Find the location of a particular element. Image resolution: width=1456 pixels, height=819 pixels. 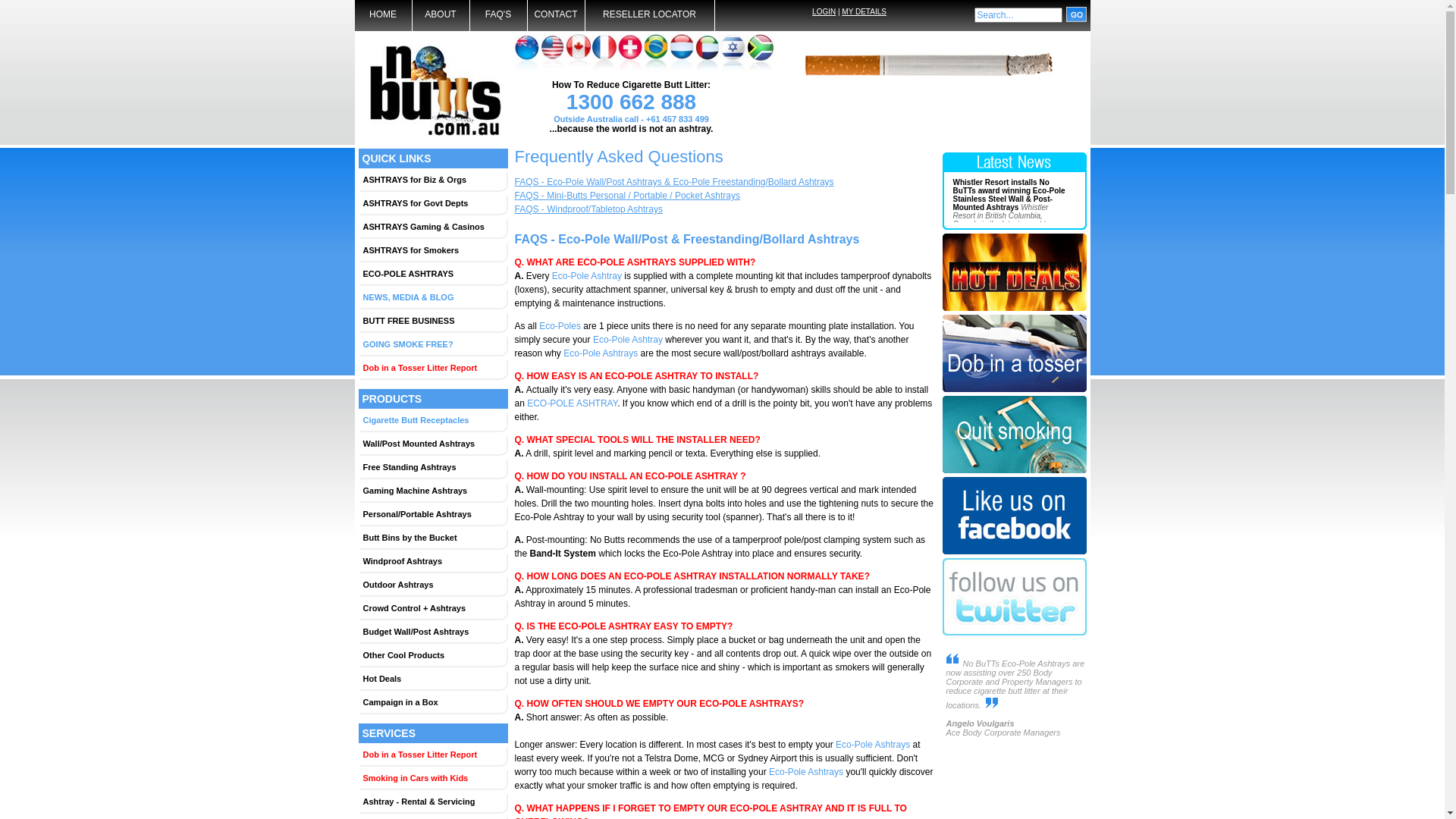

'Hot Deals' is located at coordinates (359, 677).